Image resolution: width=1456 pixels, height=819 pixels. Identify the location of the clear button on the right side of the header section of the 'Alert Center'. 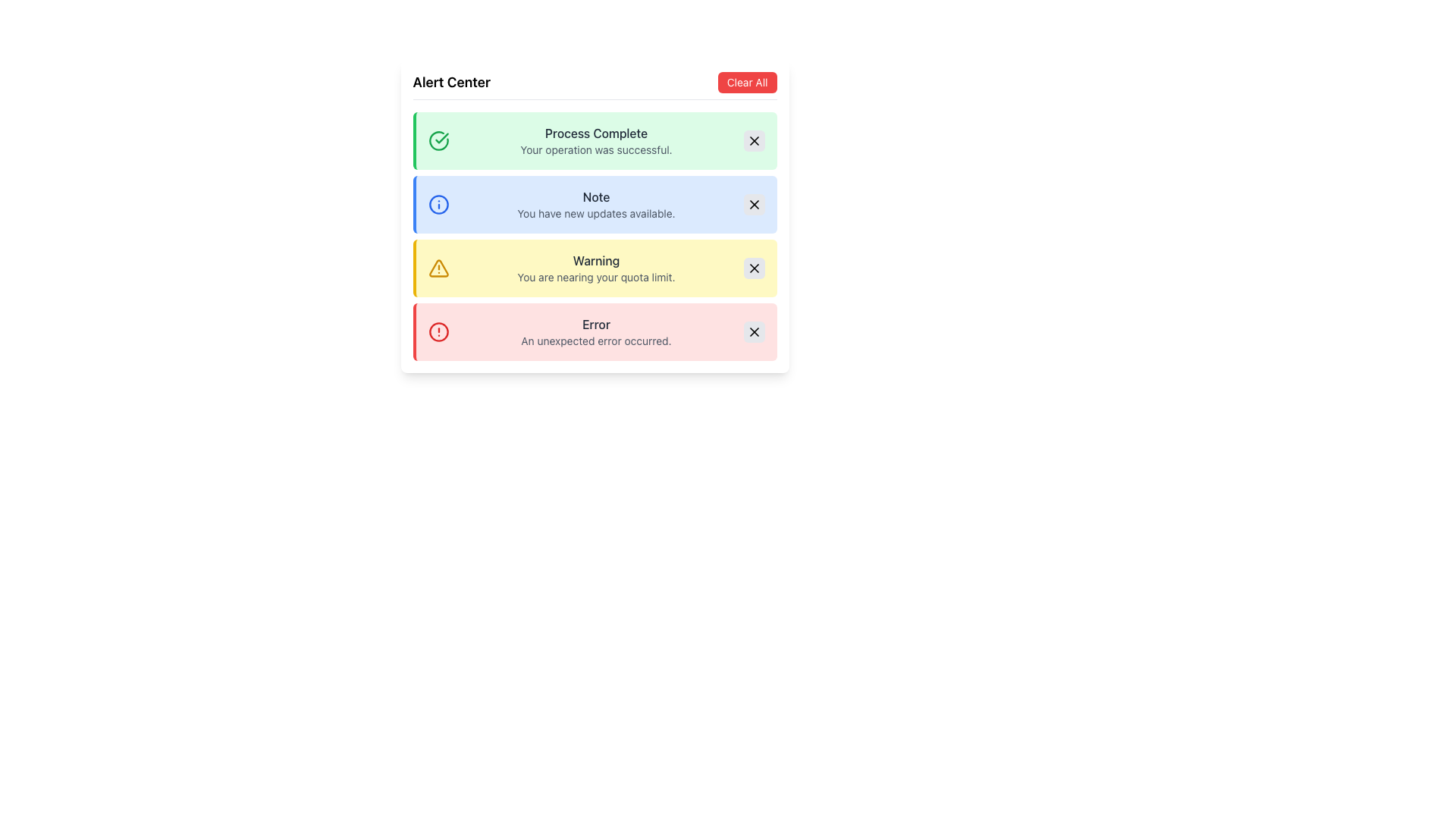
(747, 82).